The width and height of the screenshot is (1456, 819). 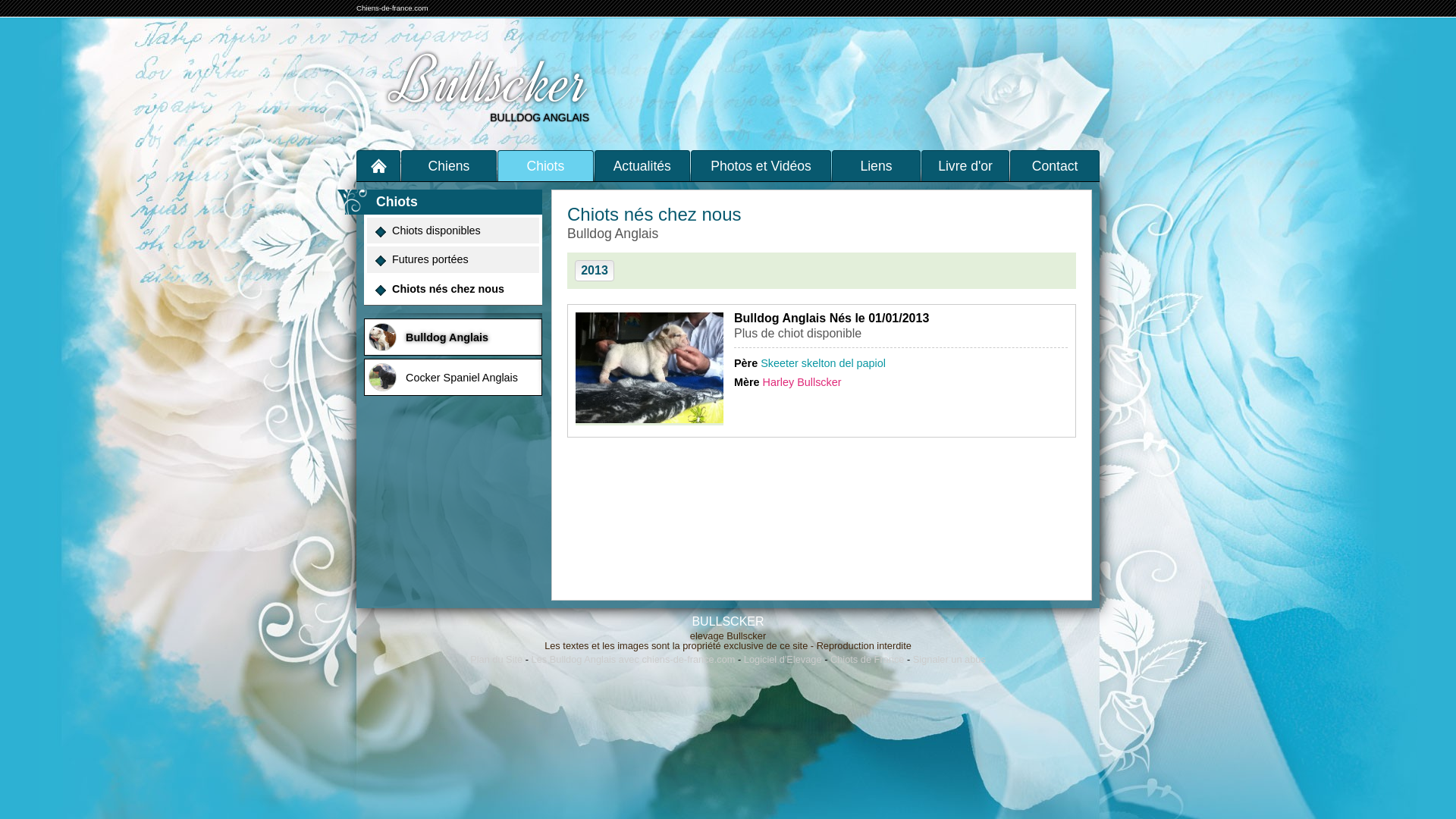 What do you see at coordinates (965, 165) in the screenshot?
I see `'Livre d'or'` at bounding box center [965, 165].